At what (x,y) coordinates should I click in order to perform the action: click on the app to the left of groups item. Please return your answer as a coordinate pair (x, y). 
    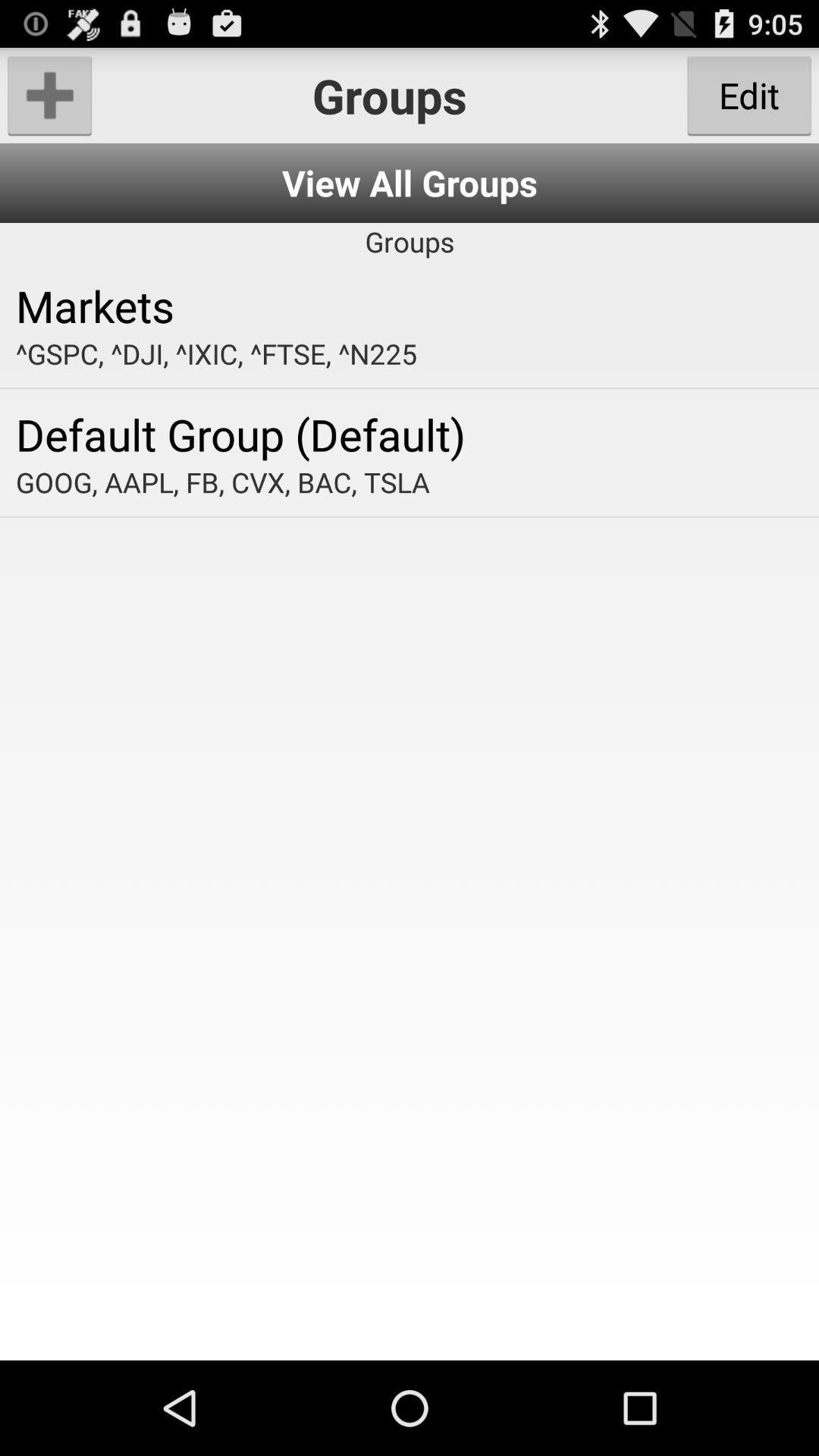
    Looking at the image, I should click on (49, 94).